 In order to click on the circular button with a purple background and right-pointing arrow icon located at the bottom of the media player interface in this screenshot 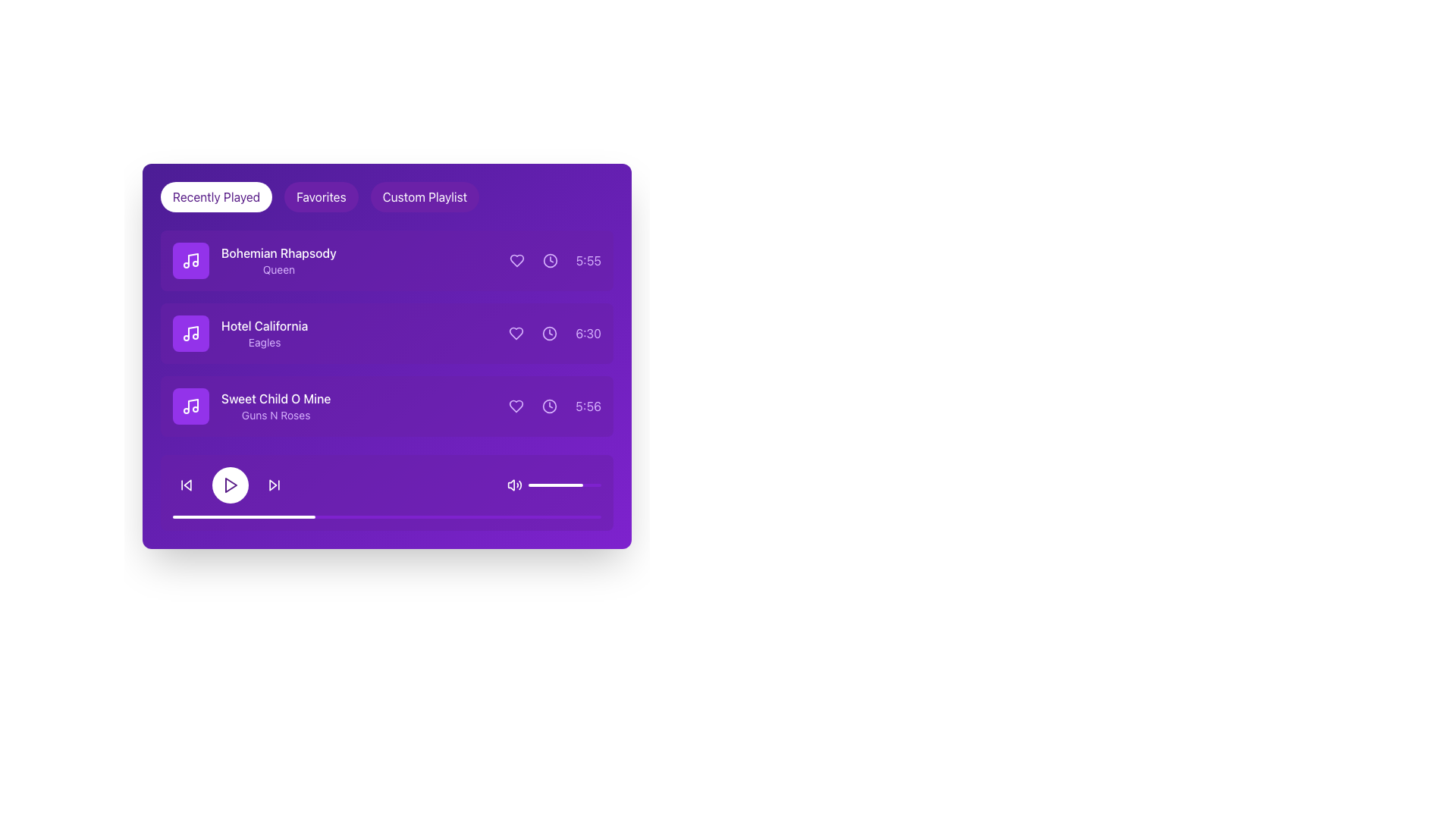, I will do `click(274, 485)`.